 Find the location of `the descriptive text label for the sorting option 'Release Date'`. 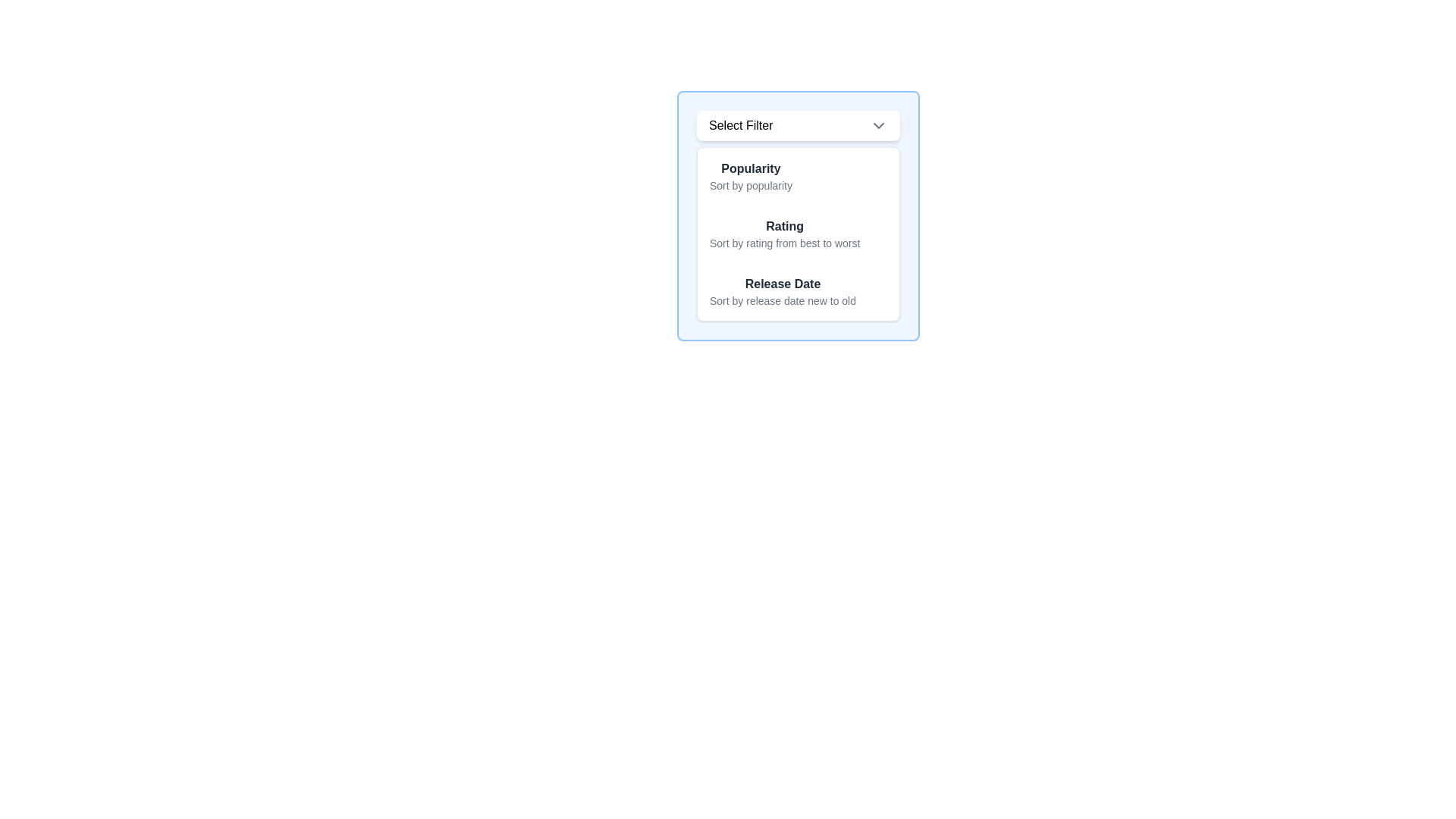

the descriptive text label for the sorting option 'Release Date' is located at coordinates (783, 301).